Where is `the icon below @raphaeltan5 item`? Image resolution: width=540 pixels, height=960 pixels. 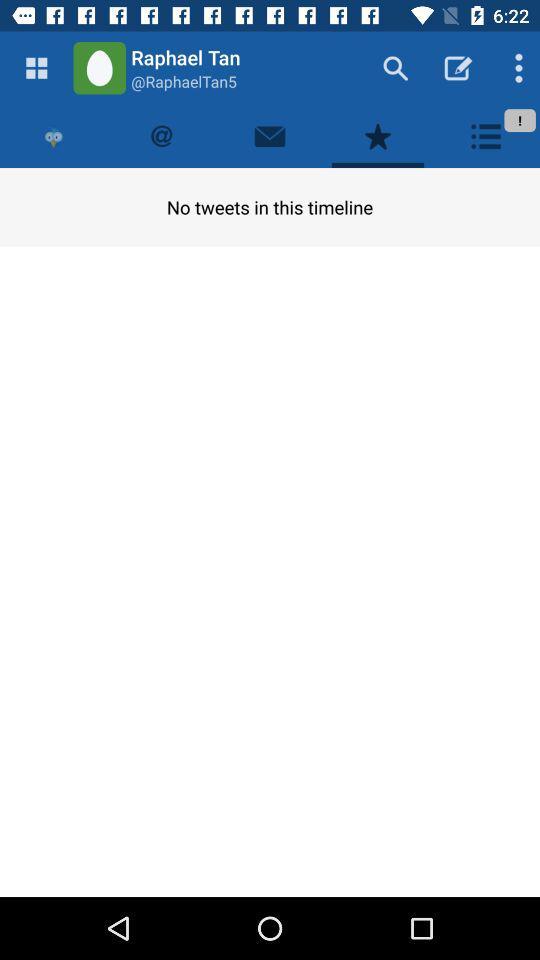 the icon below @raphaeltan5 item is located at coordinates (270, 135).